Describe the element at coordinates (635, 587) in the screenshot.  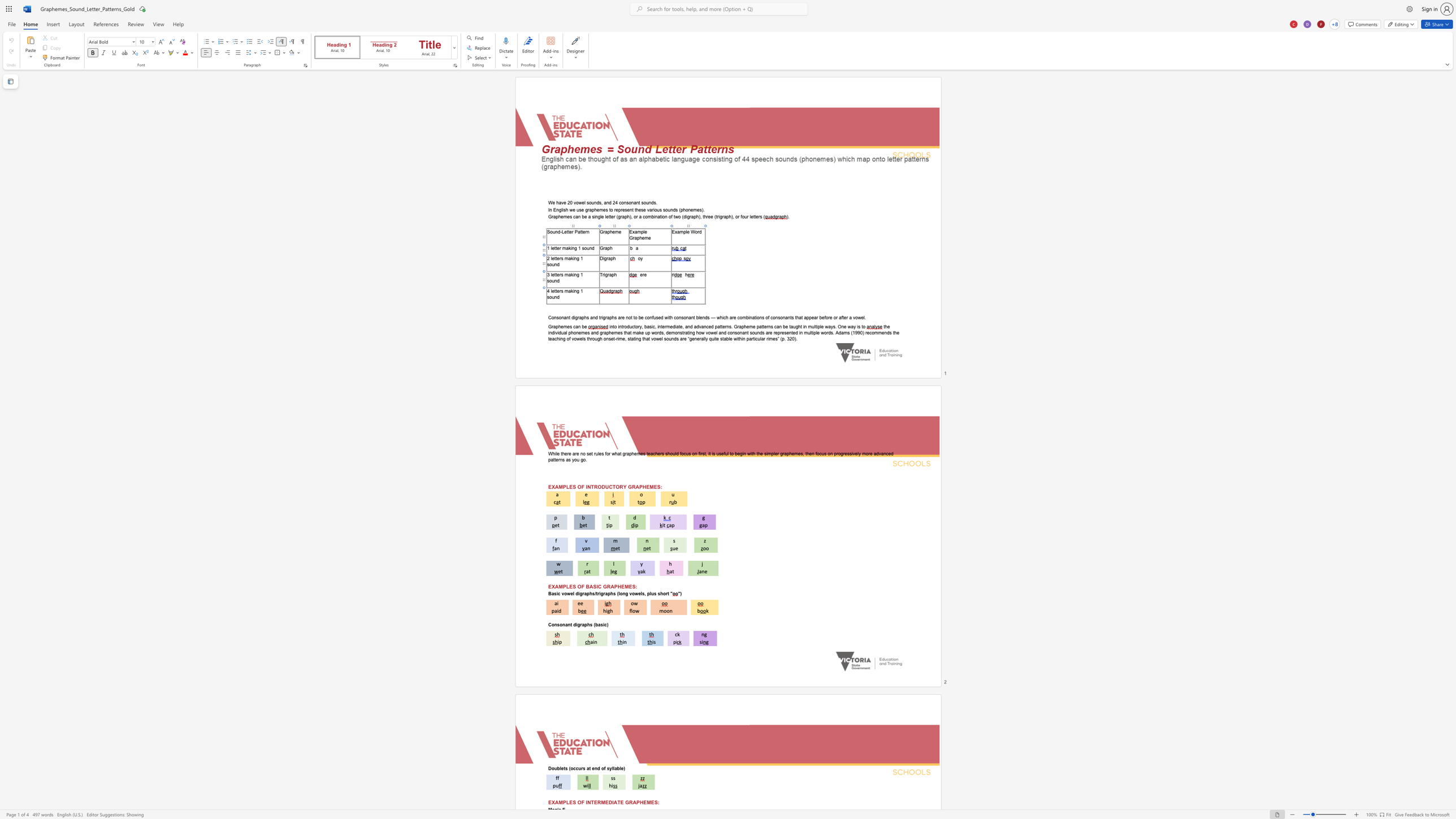
I see `the space between the continuous character "S" and ":" in the text` at that location.